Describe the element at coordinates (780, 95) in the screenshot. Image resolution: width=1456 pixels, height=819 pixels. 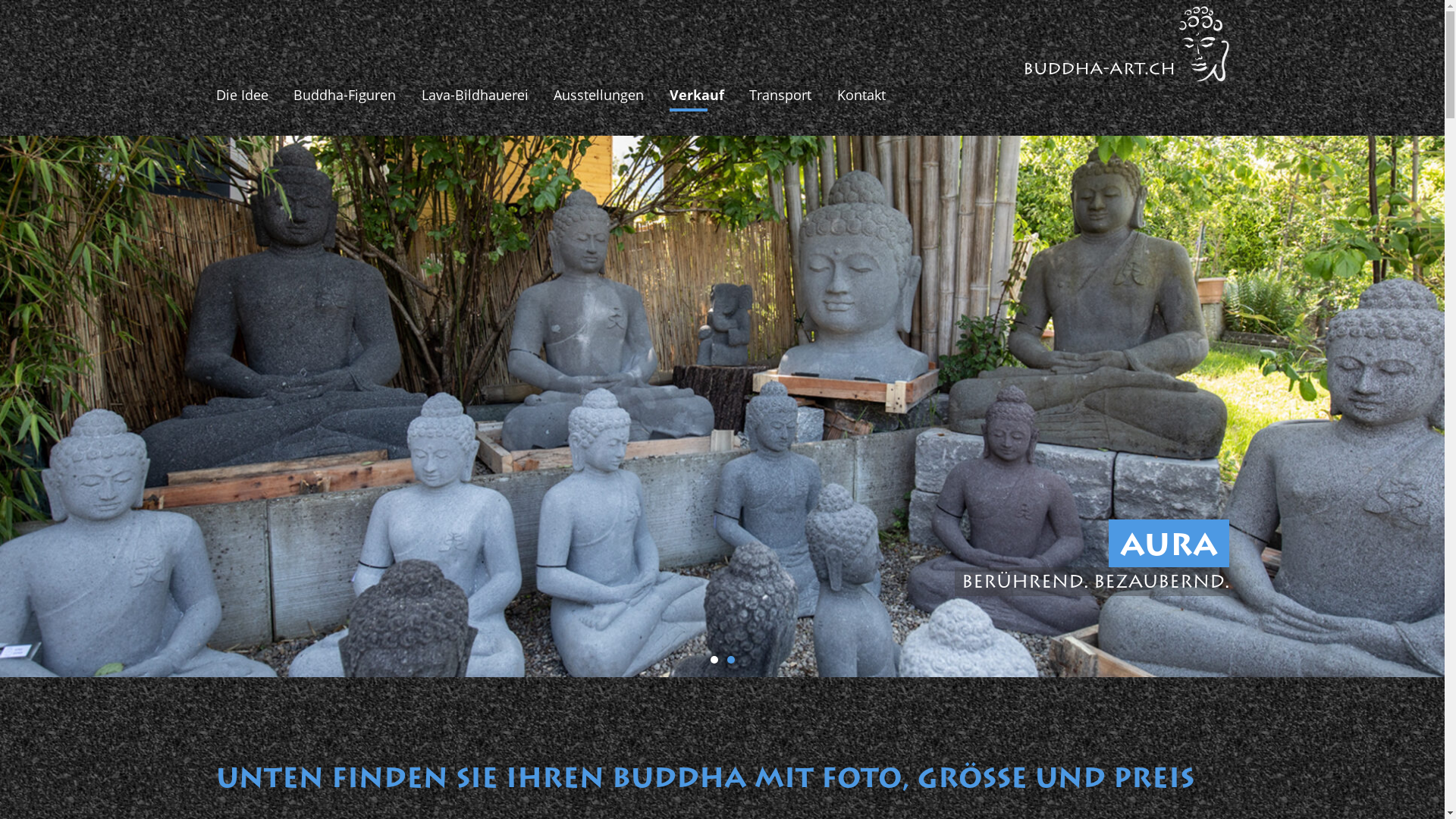
I see `'Transport'` at that location.